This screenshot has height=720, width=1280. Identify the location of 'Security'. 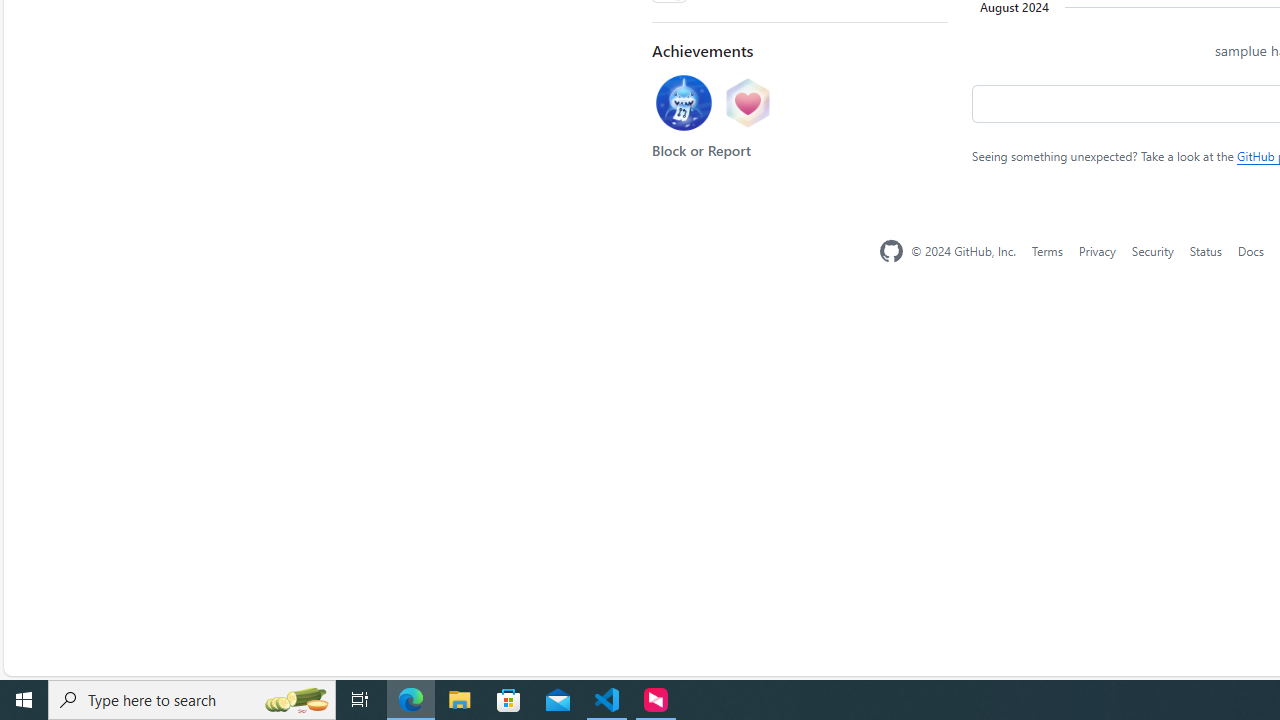
(1152, 250).